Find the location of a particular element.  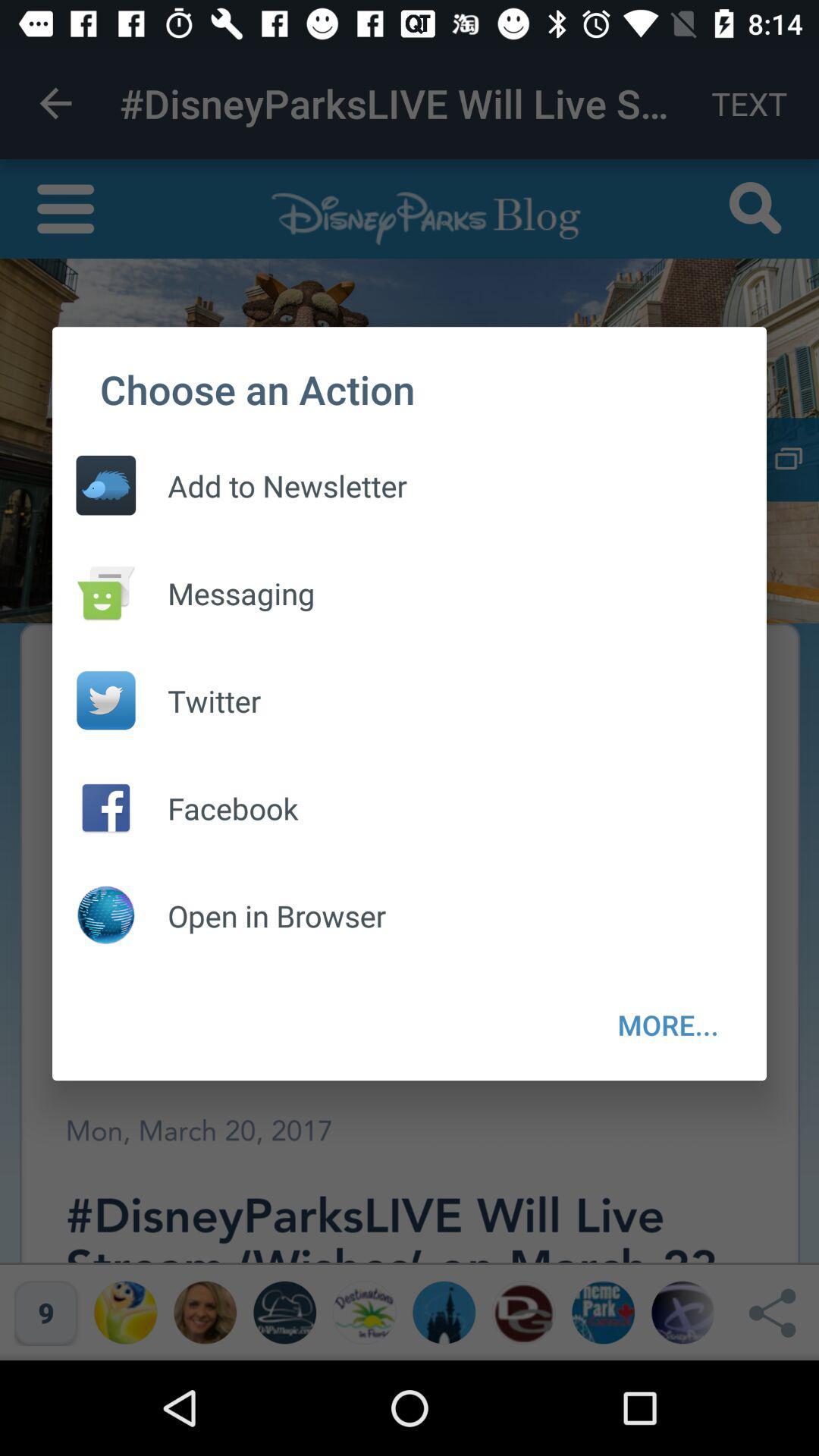

open in browser item is located at coordinates (260, 915).